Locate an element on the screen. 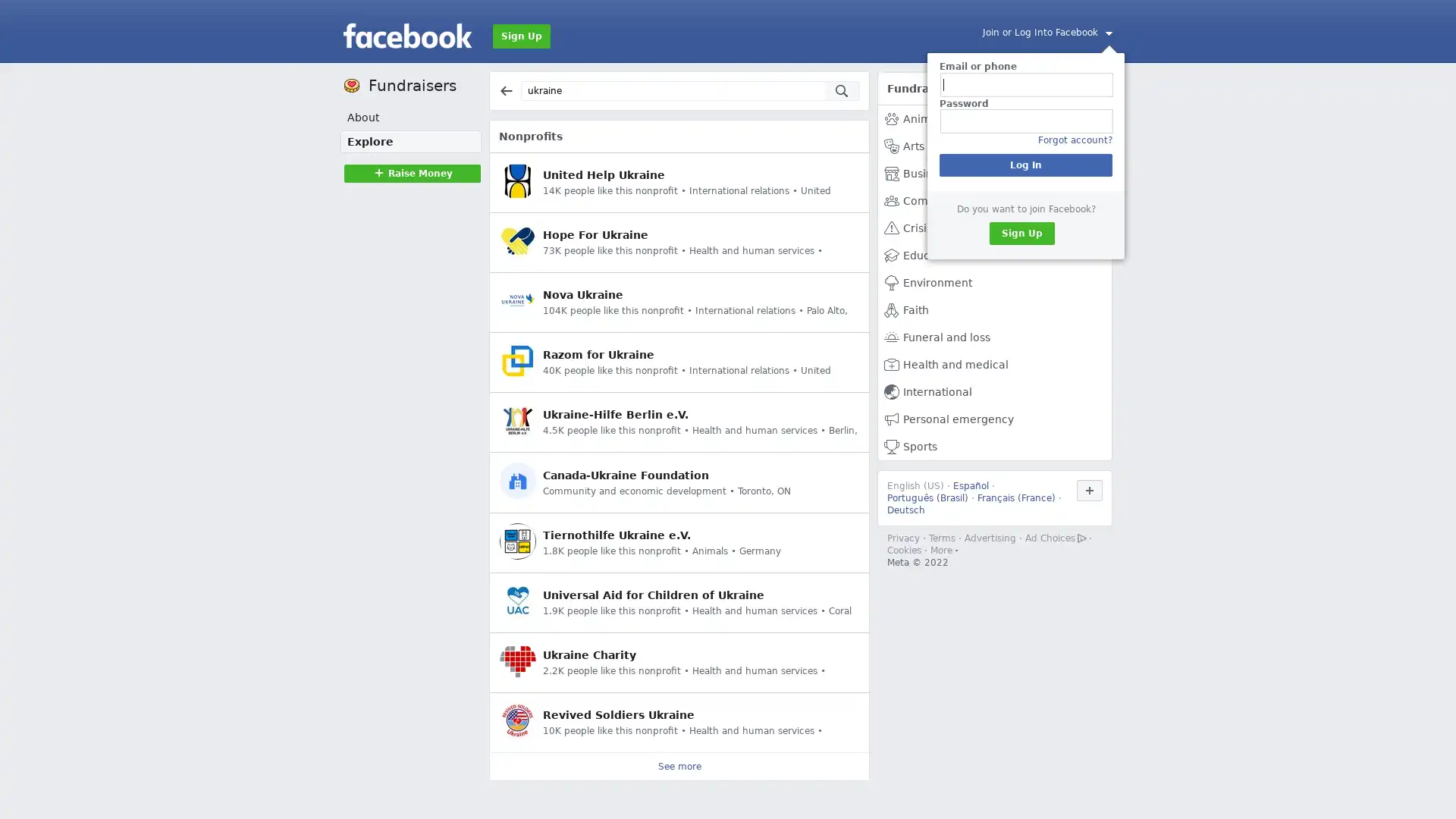 This screenshot has width=1456, height=819. Espanol is located at coordinates (971, 485).